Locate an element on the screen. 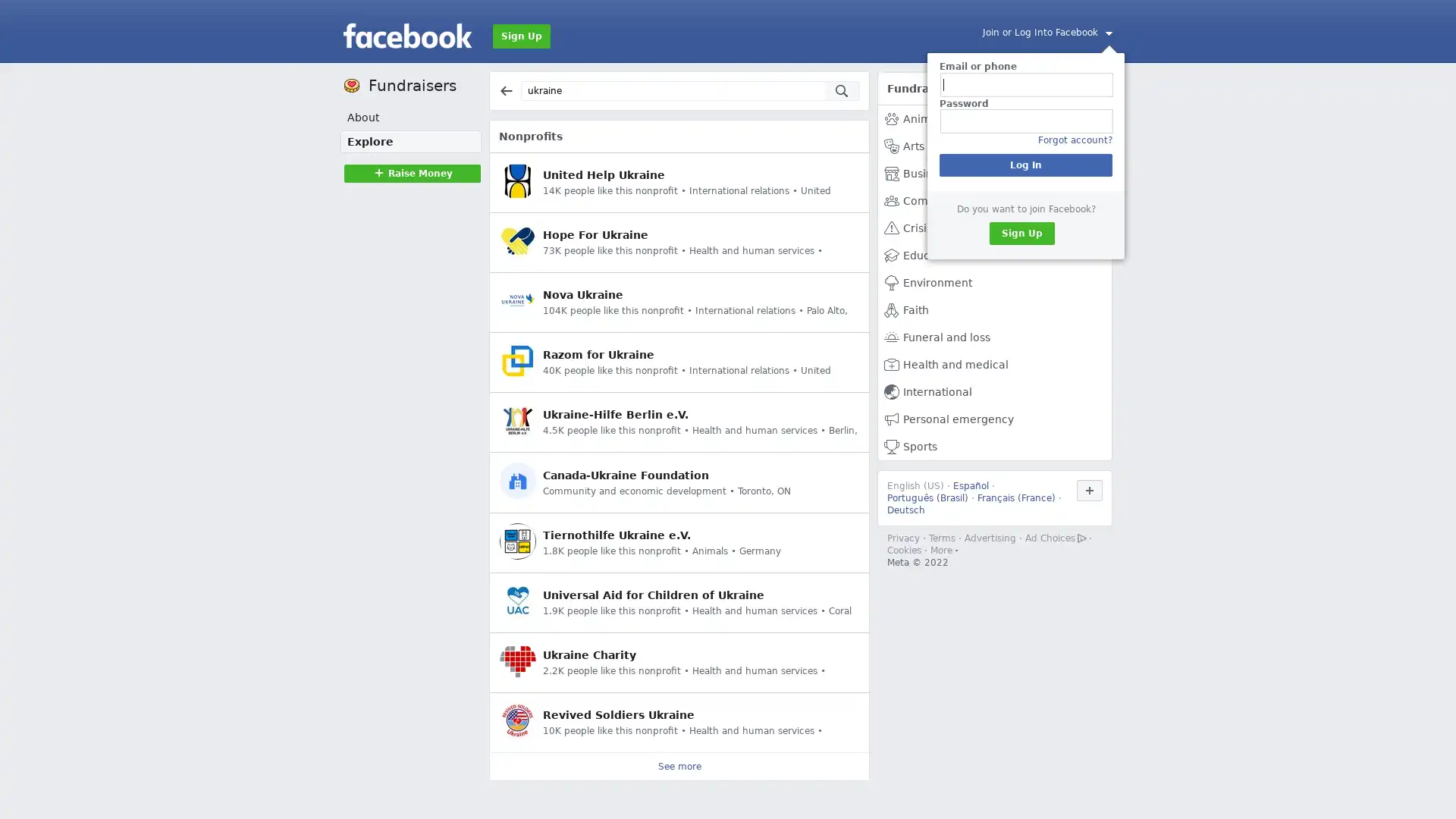 This screenshot has width=1456, height=819. Espanol is located at coordinates (971, 485).